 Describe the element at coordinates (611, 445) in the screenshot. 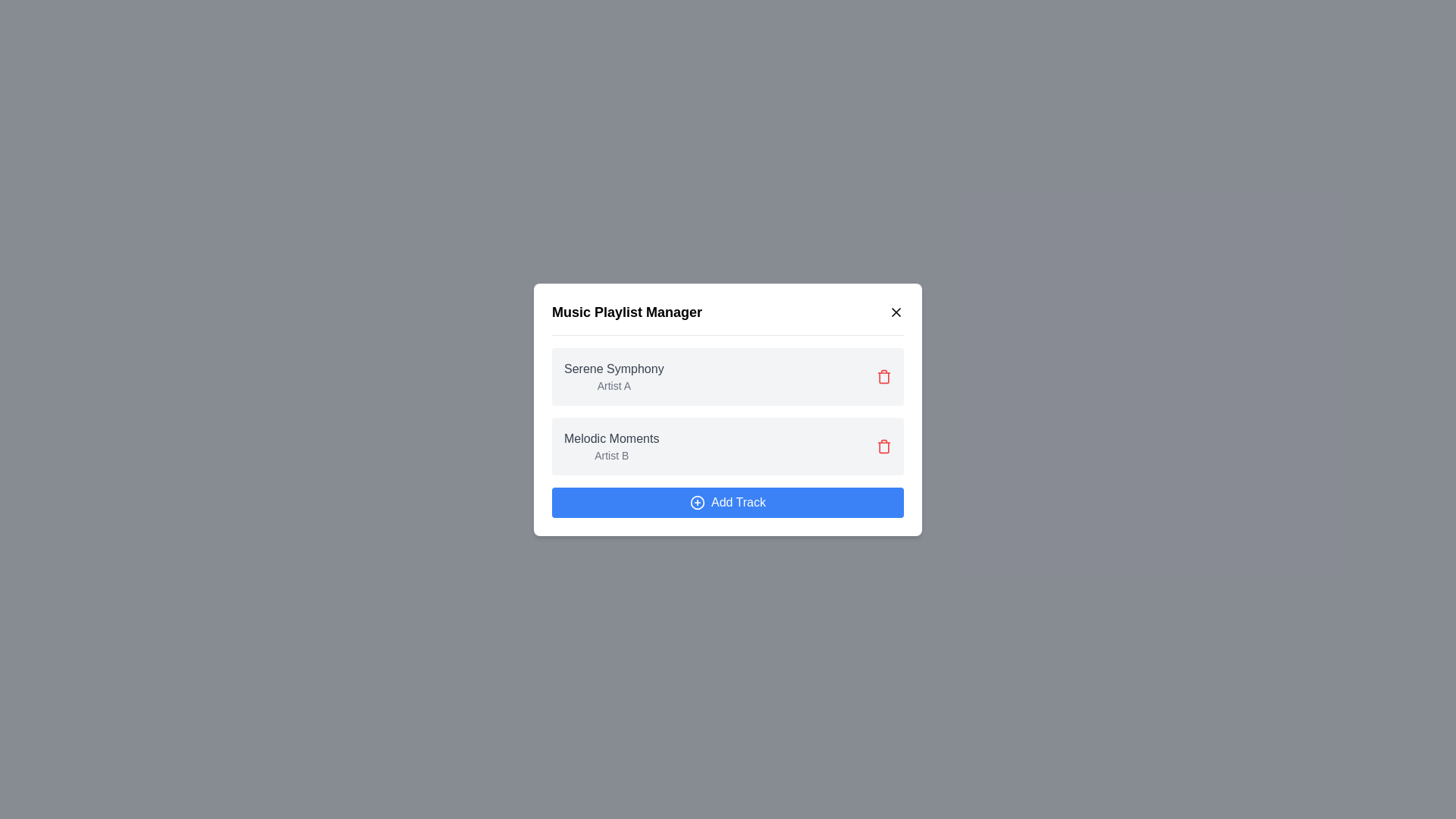

I see `the Text display for the track title and artist name, located under the main title 'Music Playlist Manager', as the second item in the list` at that location.